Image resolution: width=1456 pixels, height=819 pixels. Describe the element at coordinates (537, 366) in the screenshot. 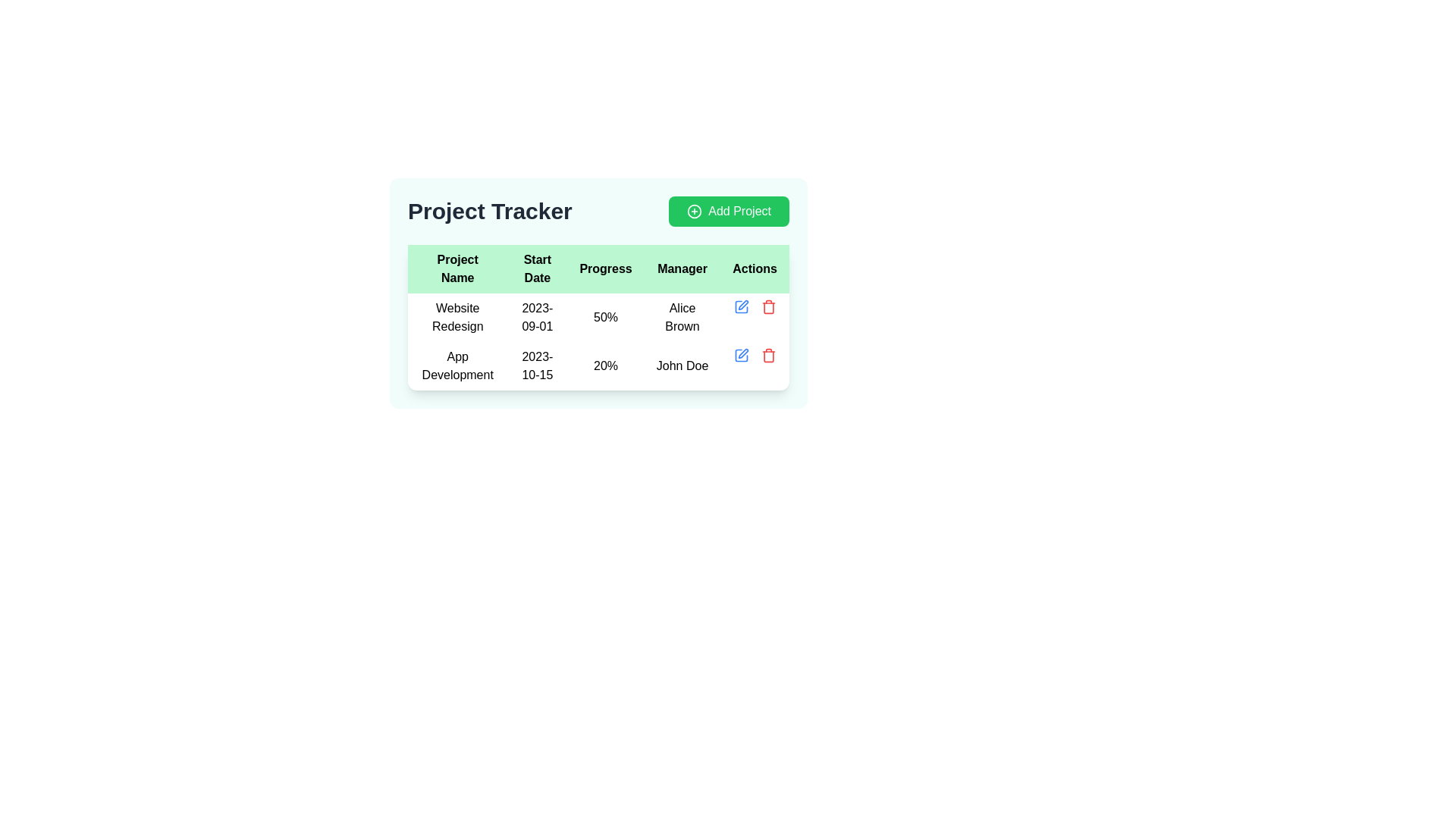

I see `the Label displaying the date '2023-10-15', which is a rectangular text box part of a grid layout, positioned between 'App Development' and '20%'` at that location.